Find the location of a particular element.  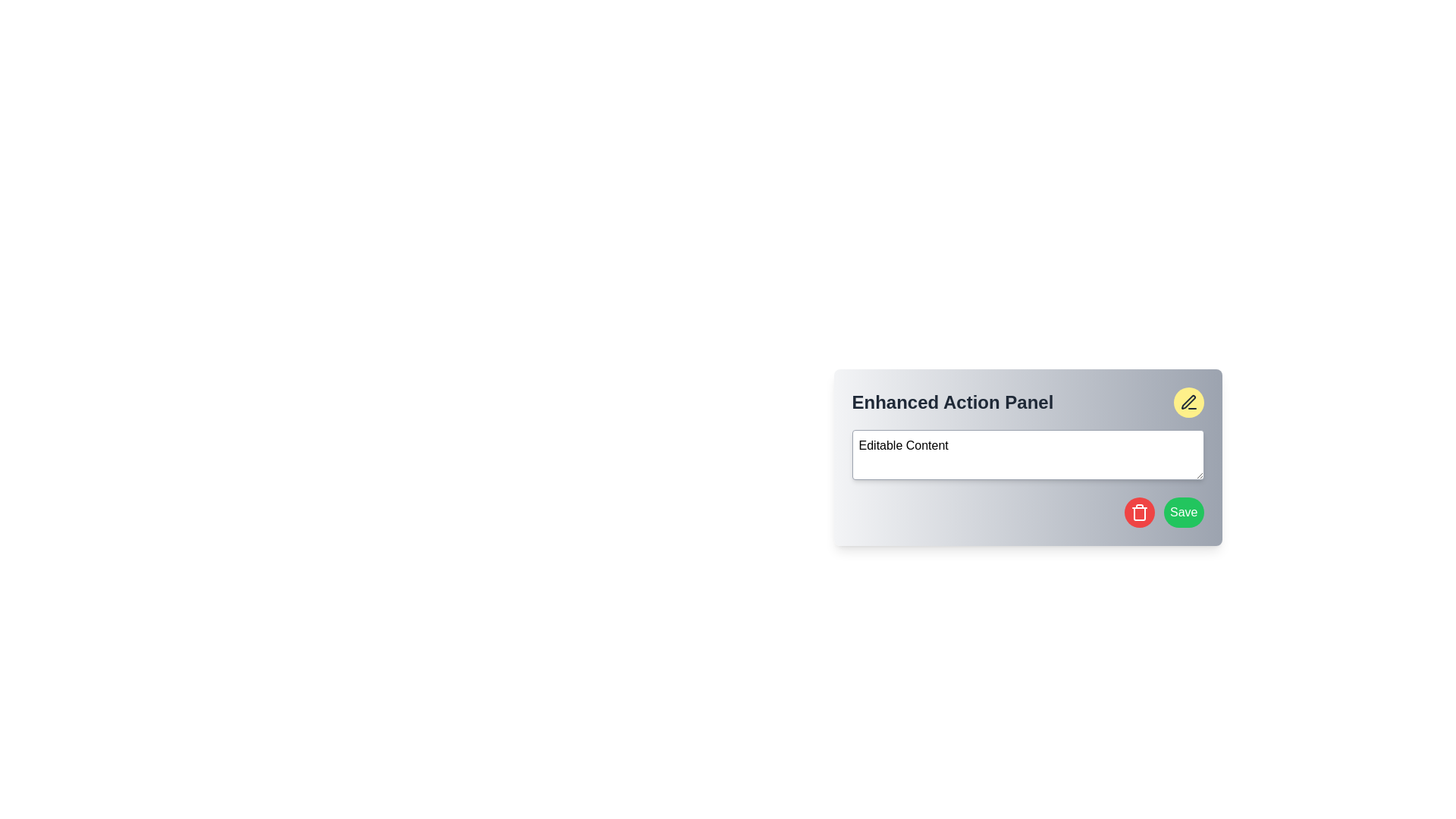

the pen-shaped icon on the yellow circular background located at the top-right corner of the 'Enhanced Action Panel' to initiate editing is located at coordinates (1188, 402).